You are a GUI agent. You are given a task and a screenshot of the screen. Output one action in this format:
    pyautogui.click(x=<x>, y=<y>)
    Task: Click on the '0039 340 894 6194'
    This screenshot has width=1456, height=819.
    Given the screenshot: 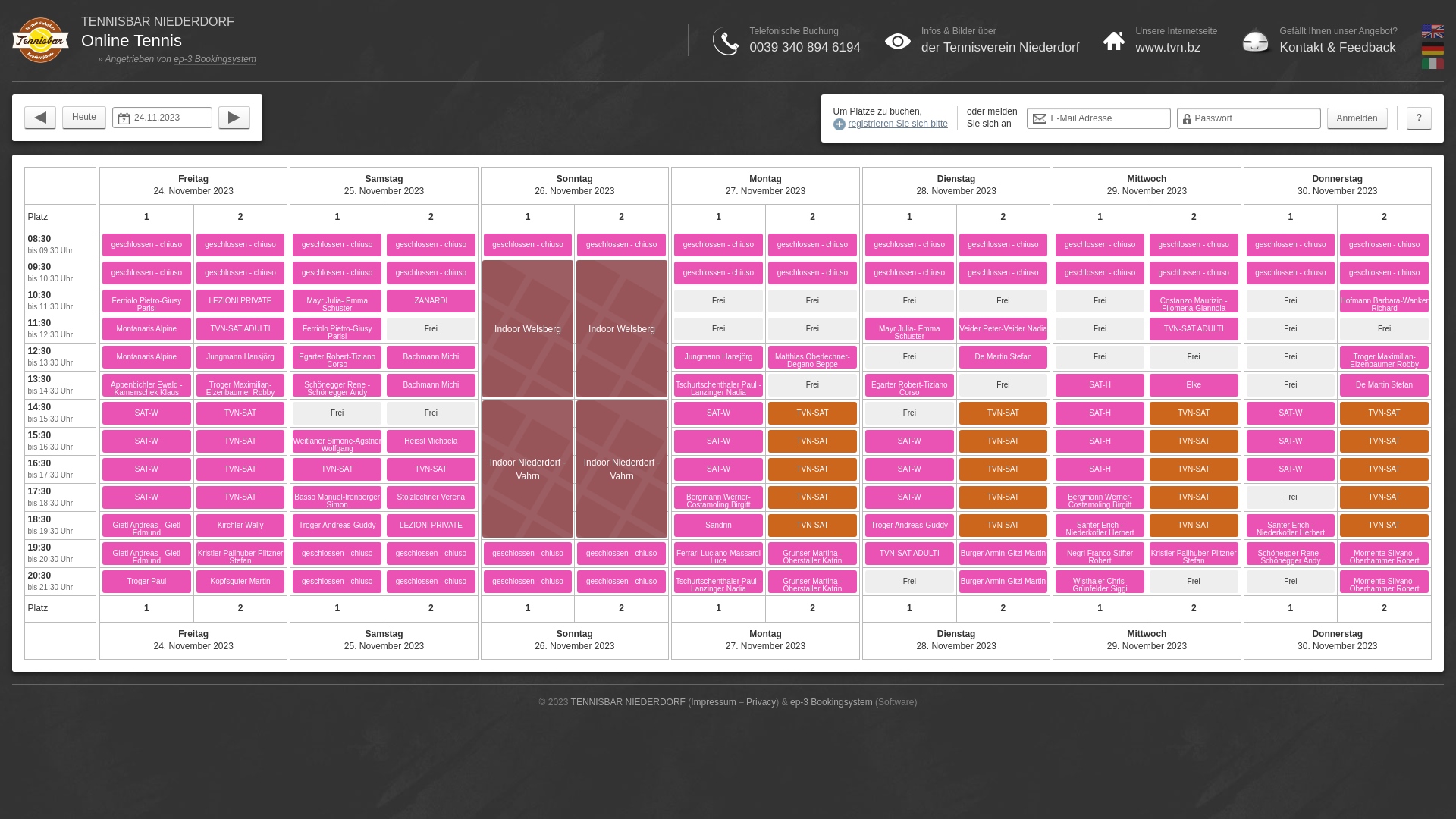 What is the action you would take?
    pyautogui.click(x=804, y=46)
    